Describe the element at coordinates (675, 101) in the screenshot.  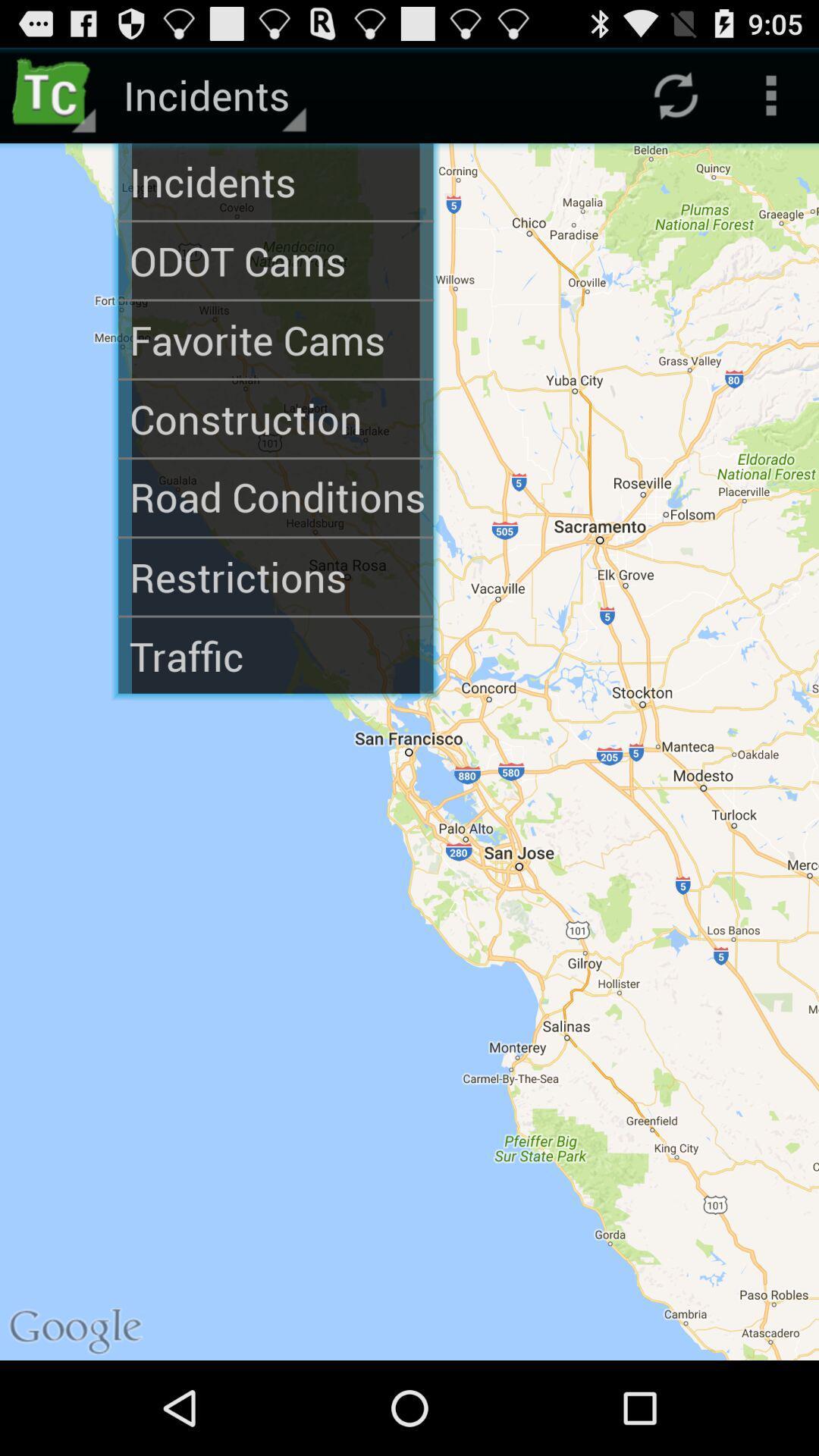
I see `the refresh icon` at that location.